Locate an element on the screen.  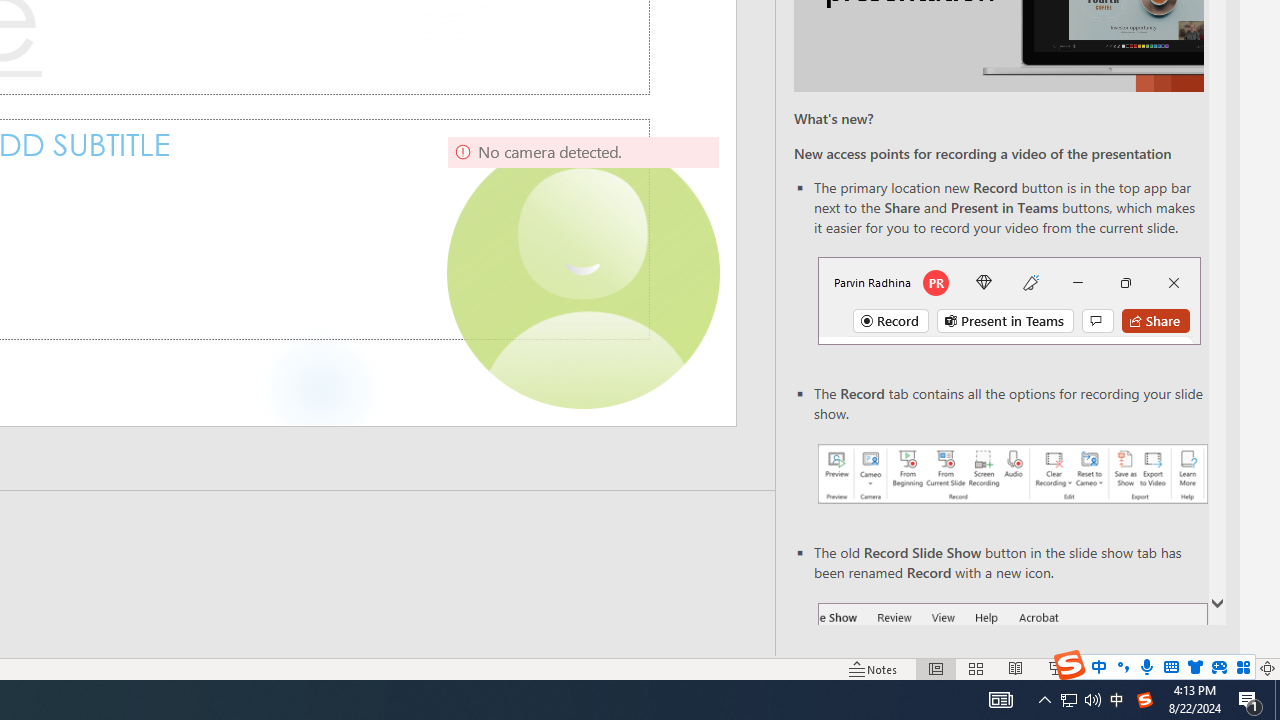
'Slide Sorter' is located at coordinates (976, 669).